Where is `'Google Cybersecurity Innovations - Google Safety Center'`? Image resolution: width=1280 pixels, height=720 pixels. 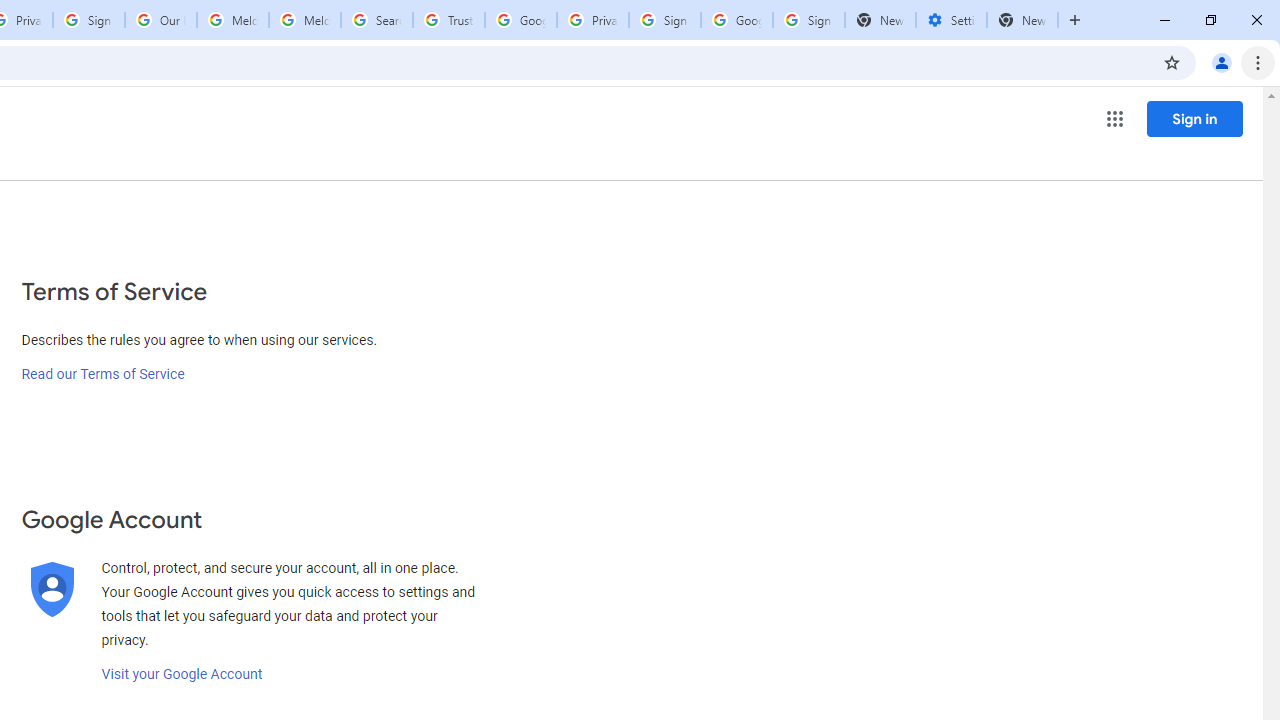
'Google Cybersecurity Innovations - Google Safety Center' is located at coordinates (736, 20).